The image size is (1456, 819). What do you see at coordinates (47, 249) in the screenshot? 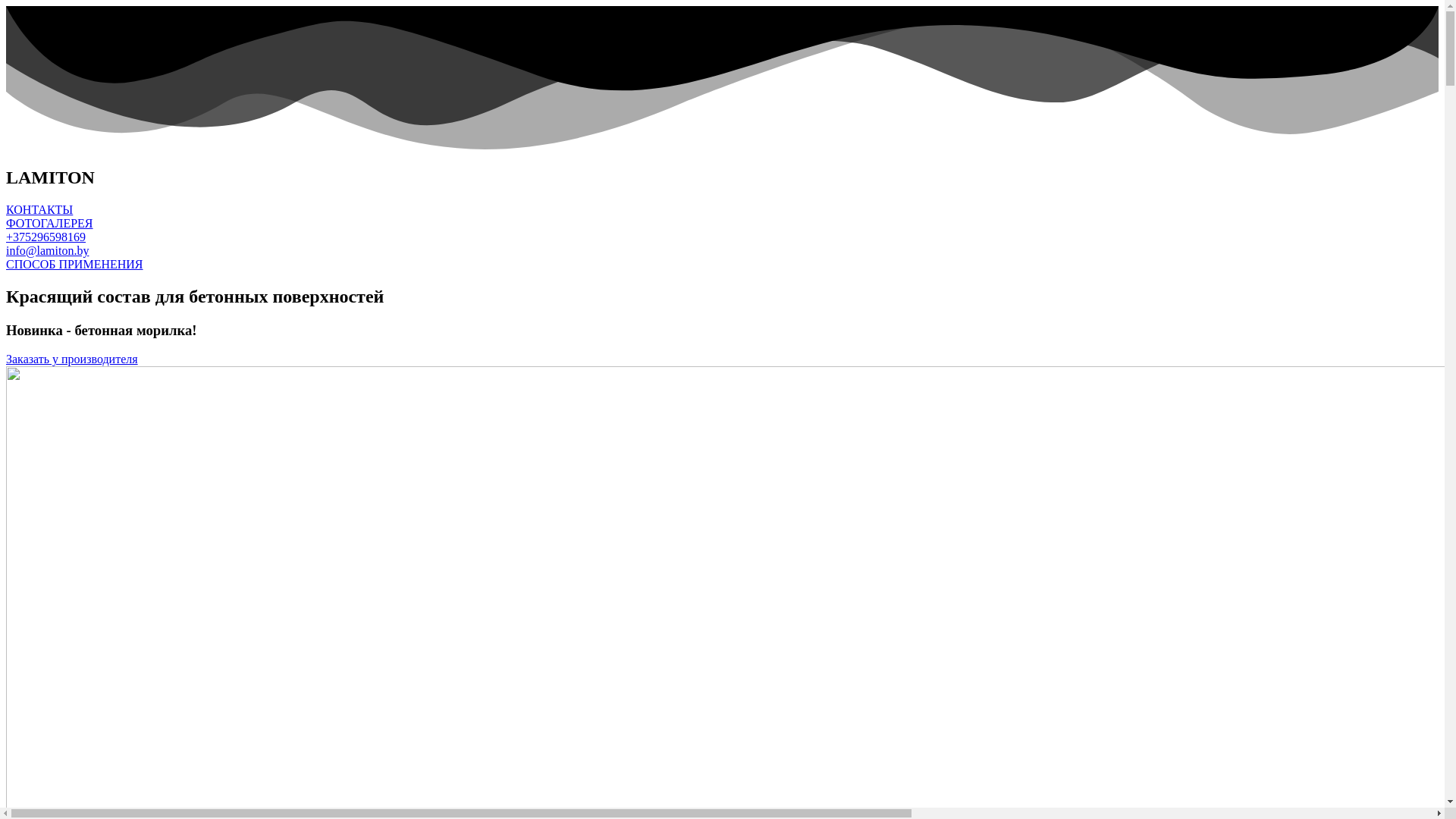
I see `'info@lamiton.by'` at bounding box center [47, 249].